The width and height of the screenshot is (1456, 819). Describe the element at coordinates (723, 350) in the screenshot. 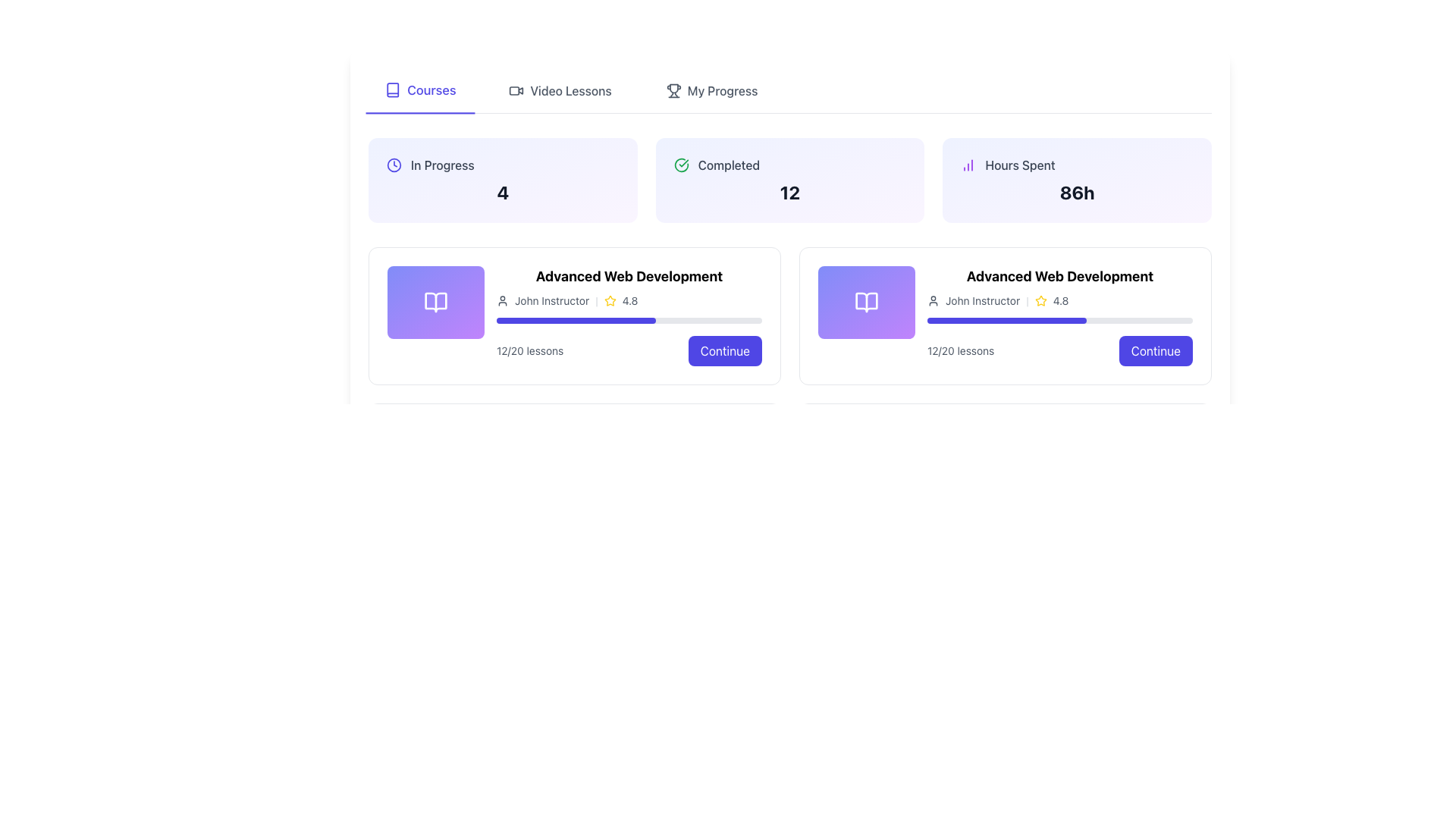

I see `the 'Continue' button located in the right segment of the interface, next to the label displaying '12/20 lessons'` at that location.